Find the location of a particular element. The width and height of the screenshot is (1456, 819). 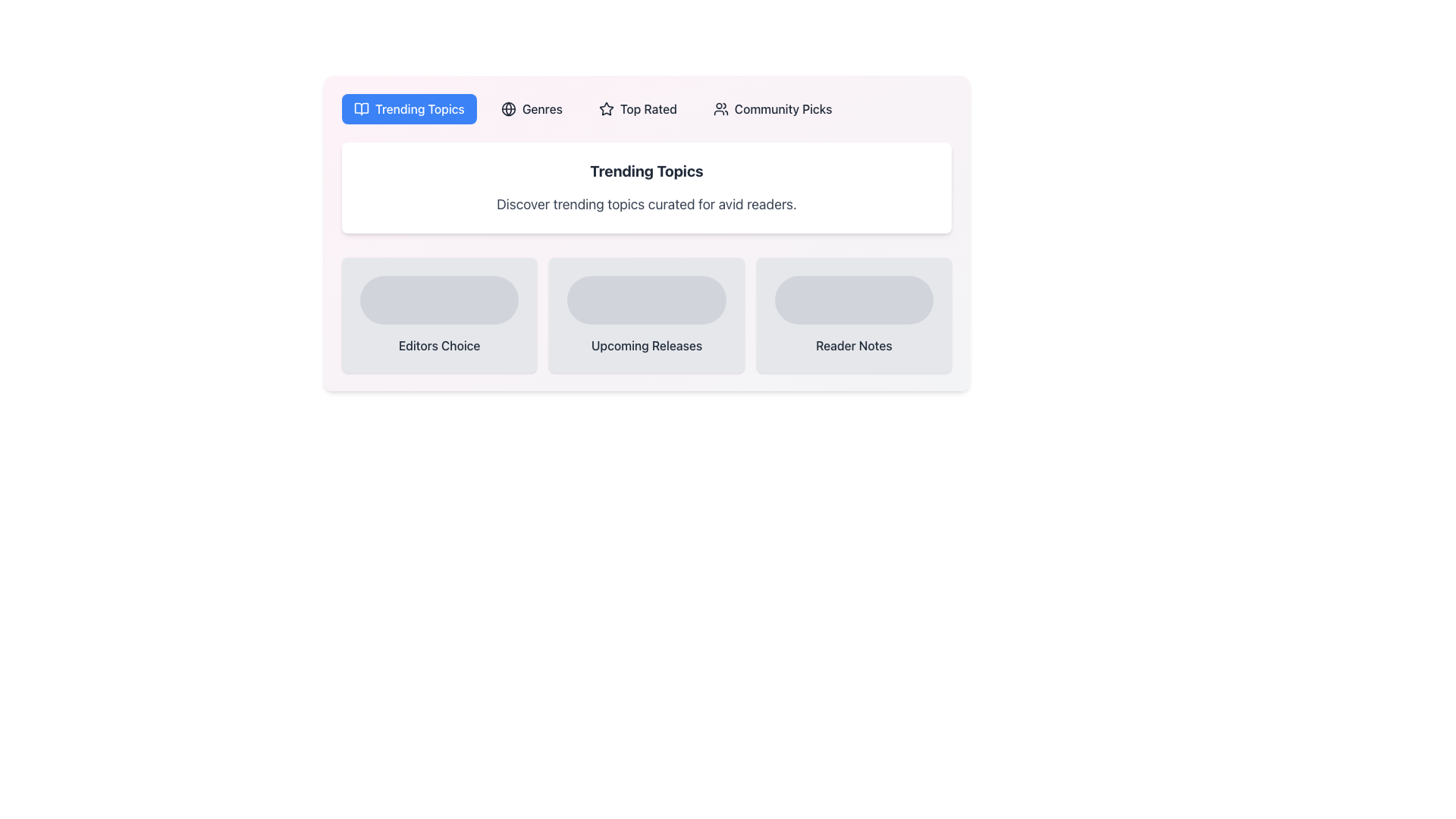

the middle card in the 'Upcoming Releases' section is located at coordinates (647, 315).